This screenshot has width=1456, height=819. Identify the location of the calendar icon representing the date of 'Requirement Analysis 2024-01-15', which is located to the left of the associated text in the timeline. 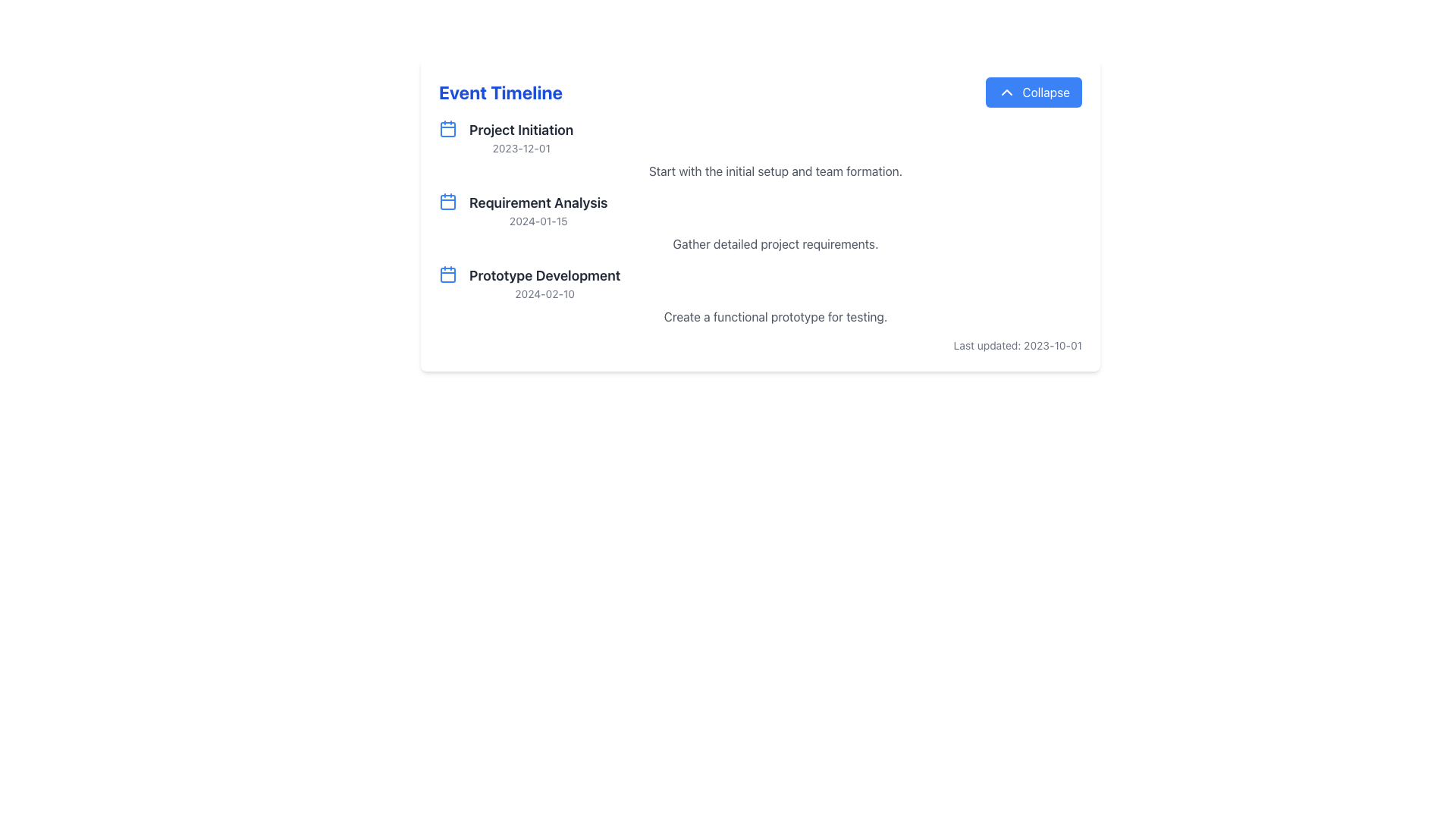
(447, 201).